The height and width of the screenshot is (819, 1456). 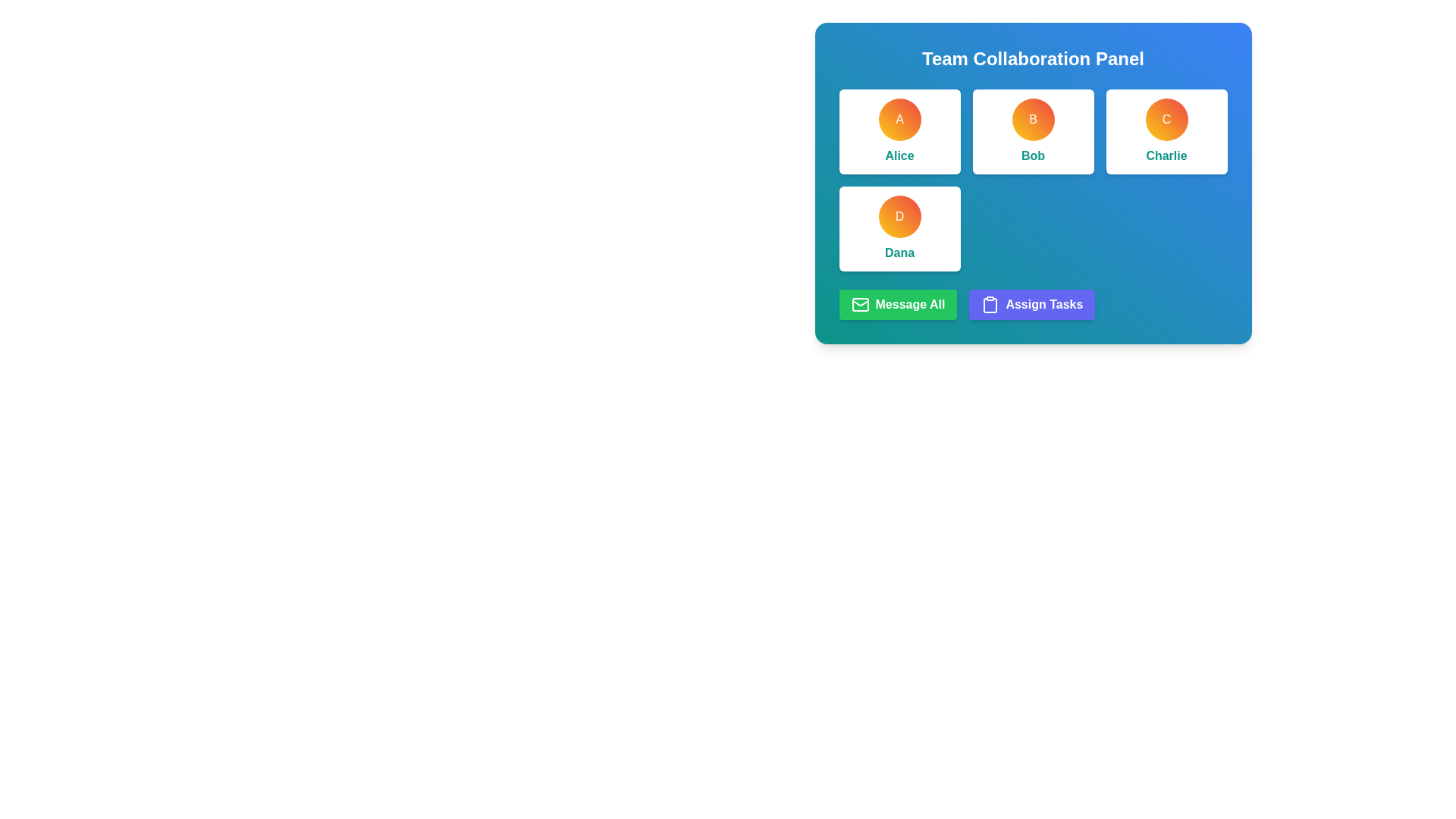 I want to click on the decorative rectangle that resembles an envelope, which is part of the mail icon located to the left of the green 'Message All' button at the bottom of the panel, so click(x=860, y=304).